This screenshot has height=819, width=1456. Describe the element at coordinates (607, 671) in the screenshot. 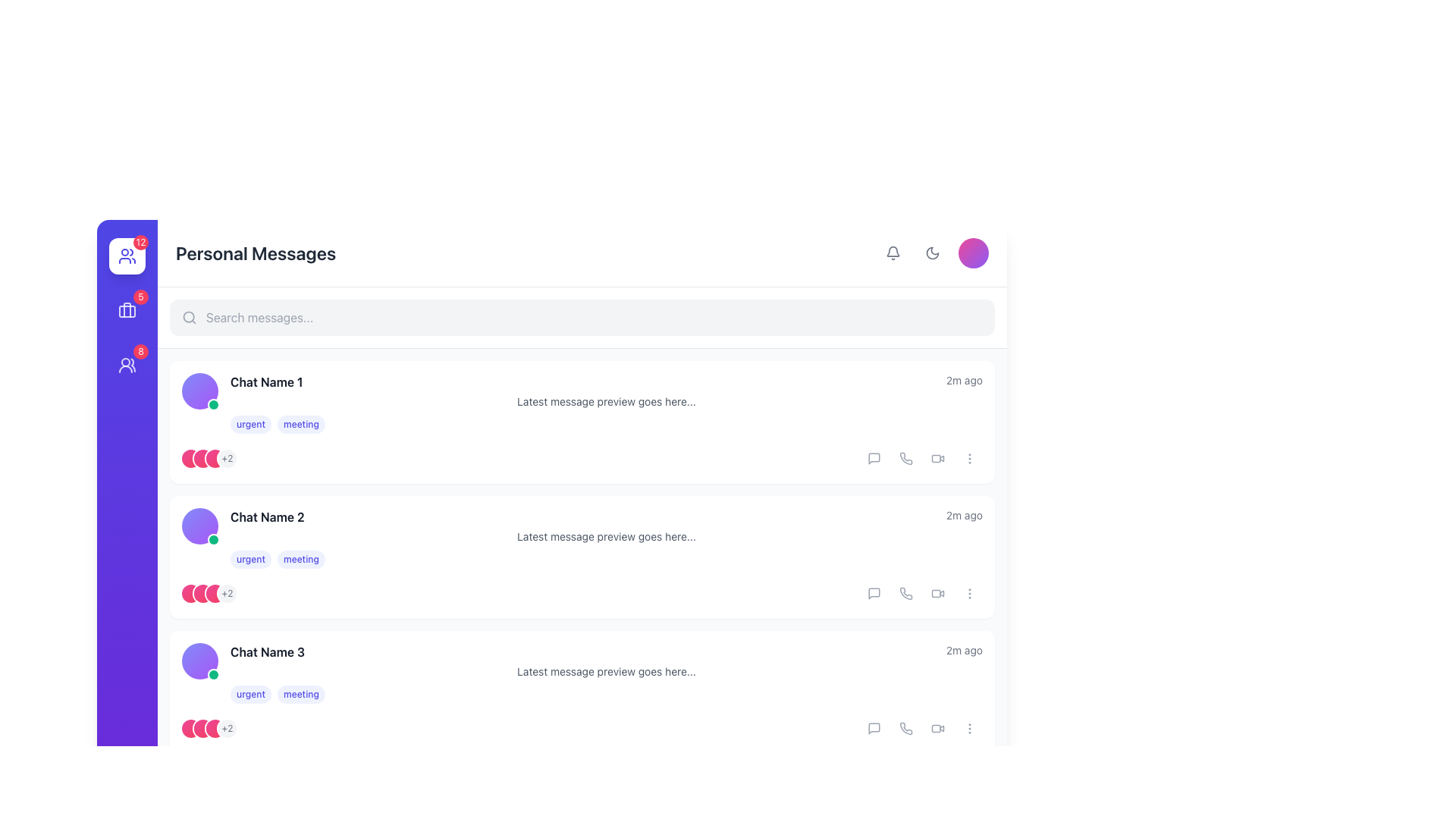

I see `the text label that reads 'Latest message preview goes here...' located in the third chat entry below 'Chat Name 3' and above the labels 'urgent' and 'meeting'` at that location.